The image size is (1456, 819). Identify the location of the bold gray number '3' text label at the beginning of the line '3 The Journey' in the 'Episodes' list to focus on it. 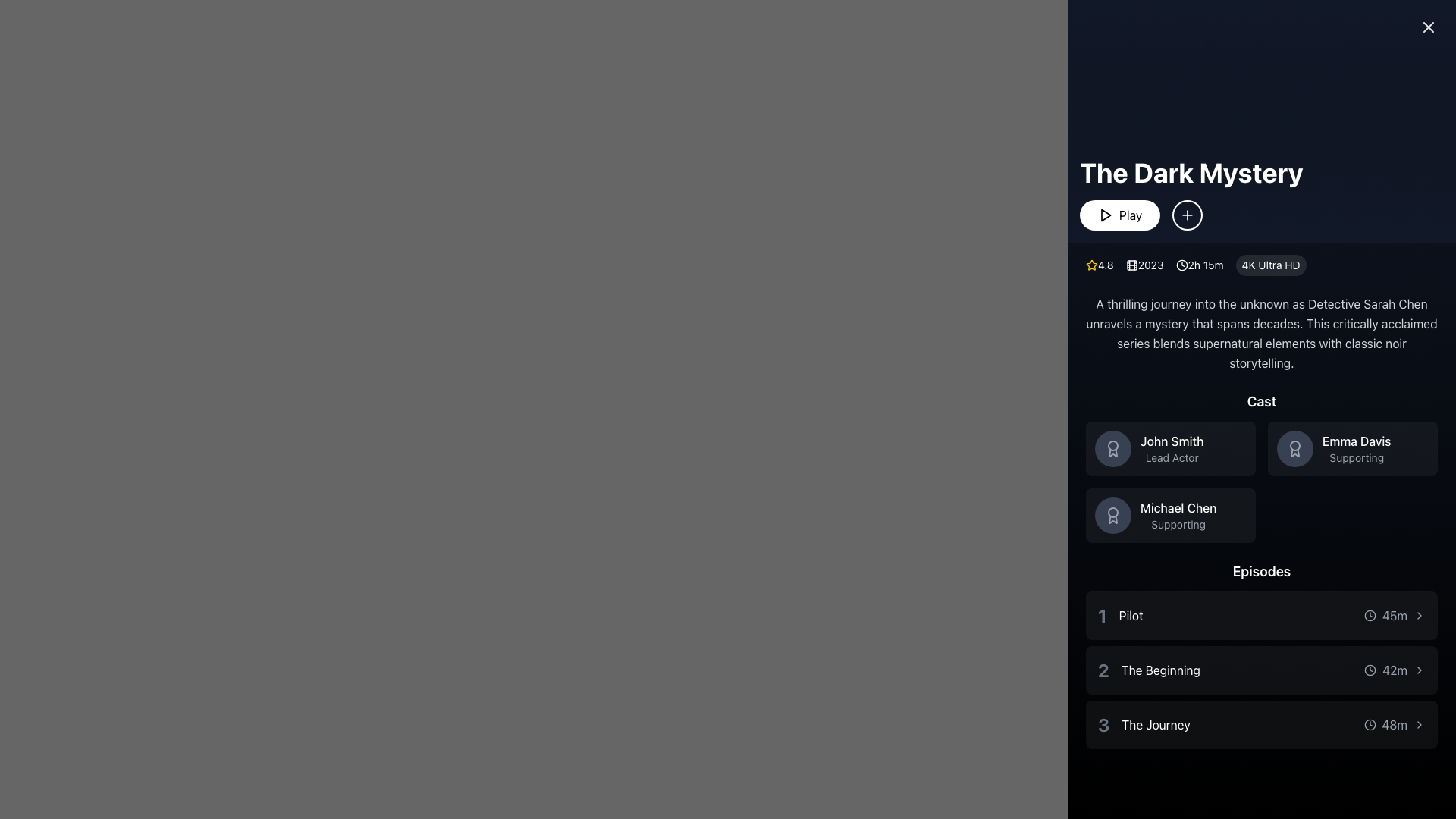
(1103, 724).